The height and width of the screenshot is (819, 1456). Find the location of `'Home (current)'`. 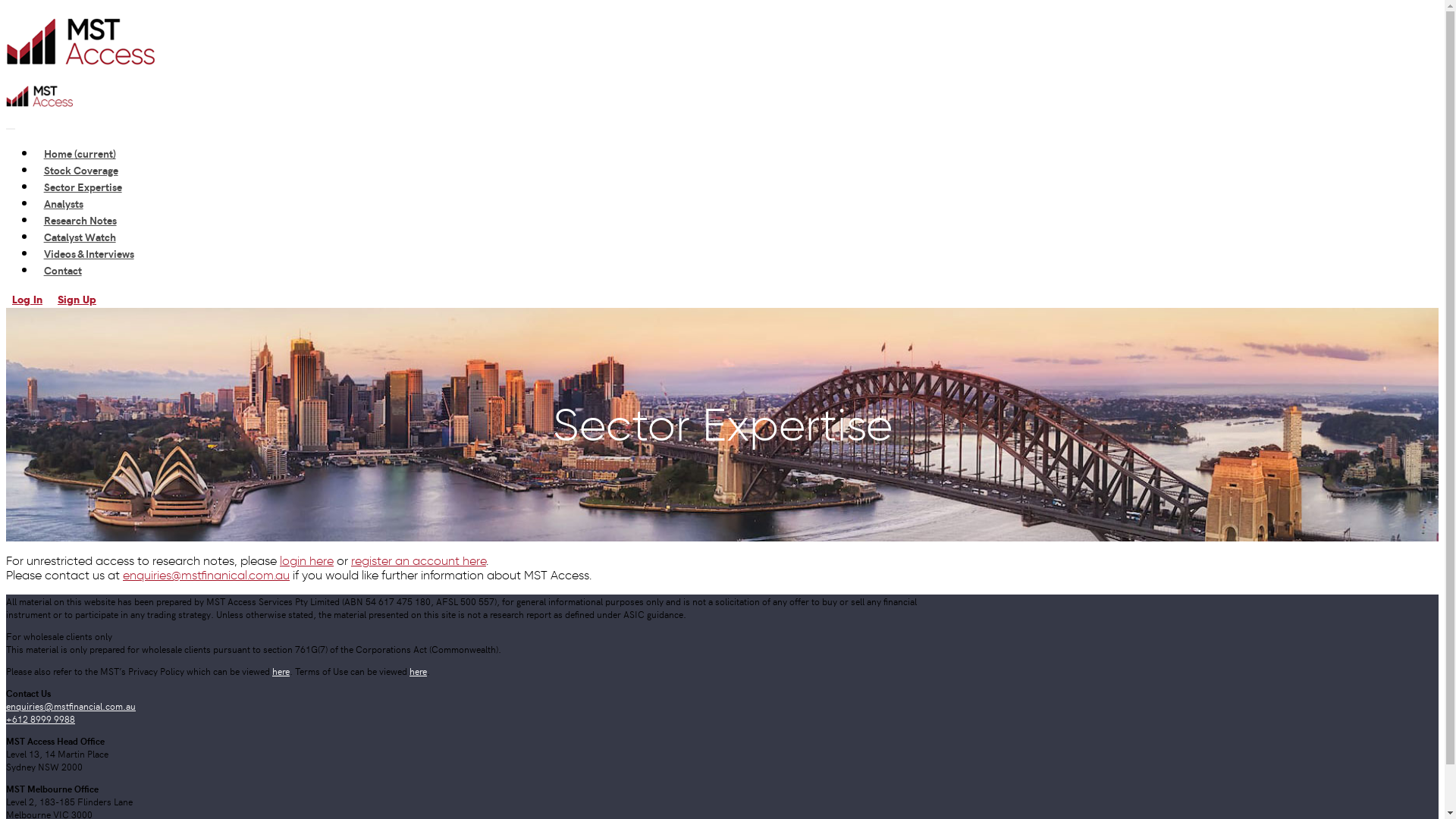

'Home (current)' is located at coordinates (79, 152).